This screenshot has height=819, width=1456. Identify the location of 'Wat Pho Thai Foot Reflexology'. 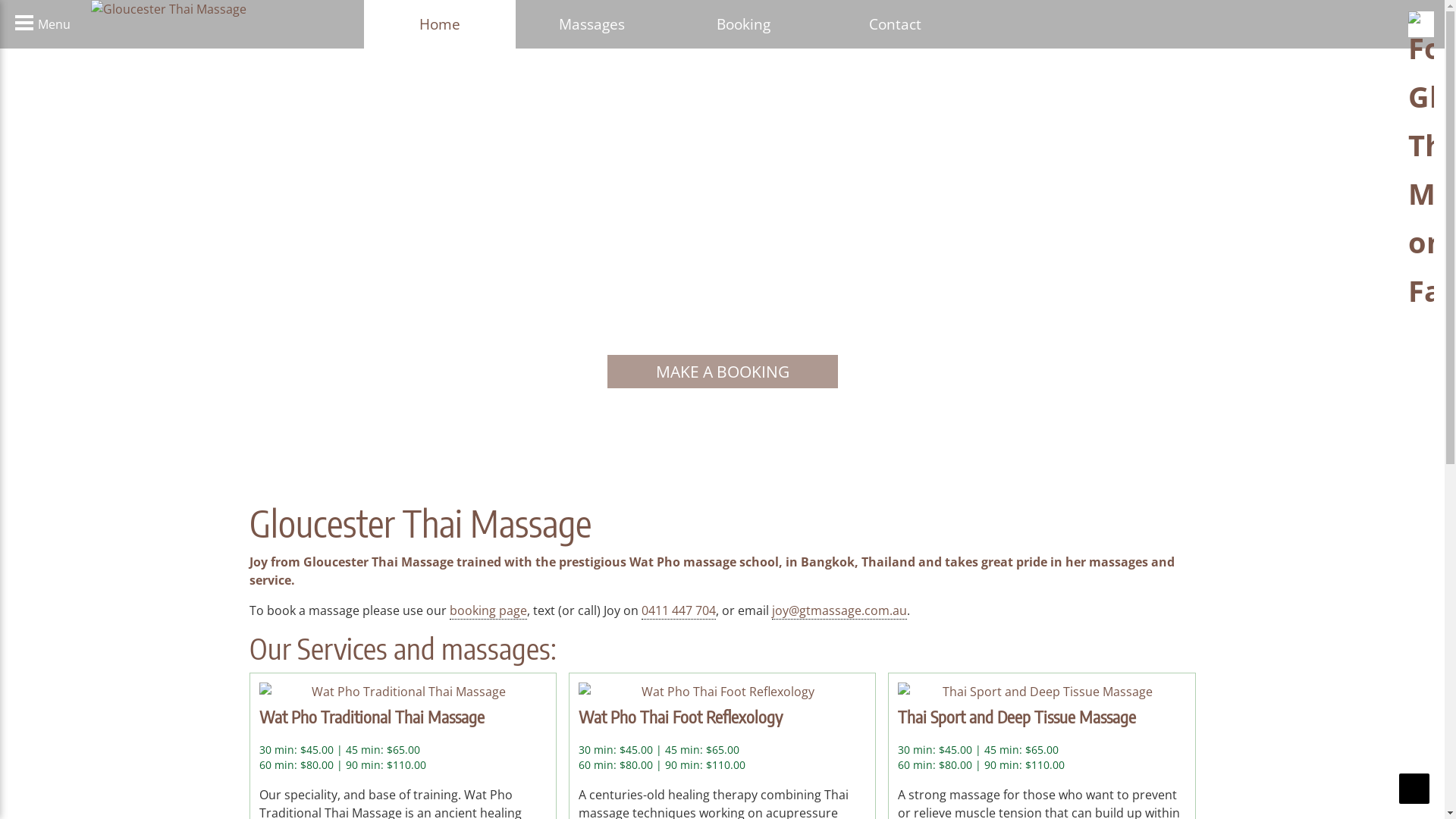
(679, 717).